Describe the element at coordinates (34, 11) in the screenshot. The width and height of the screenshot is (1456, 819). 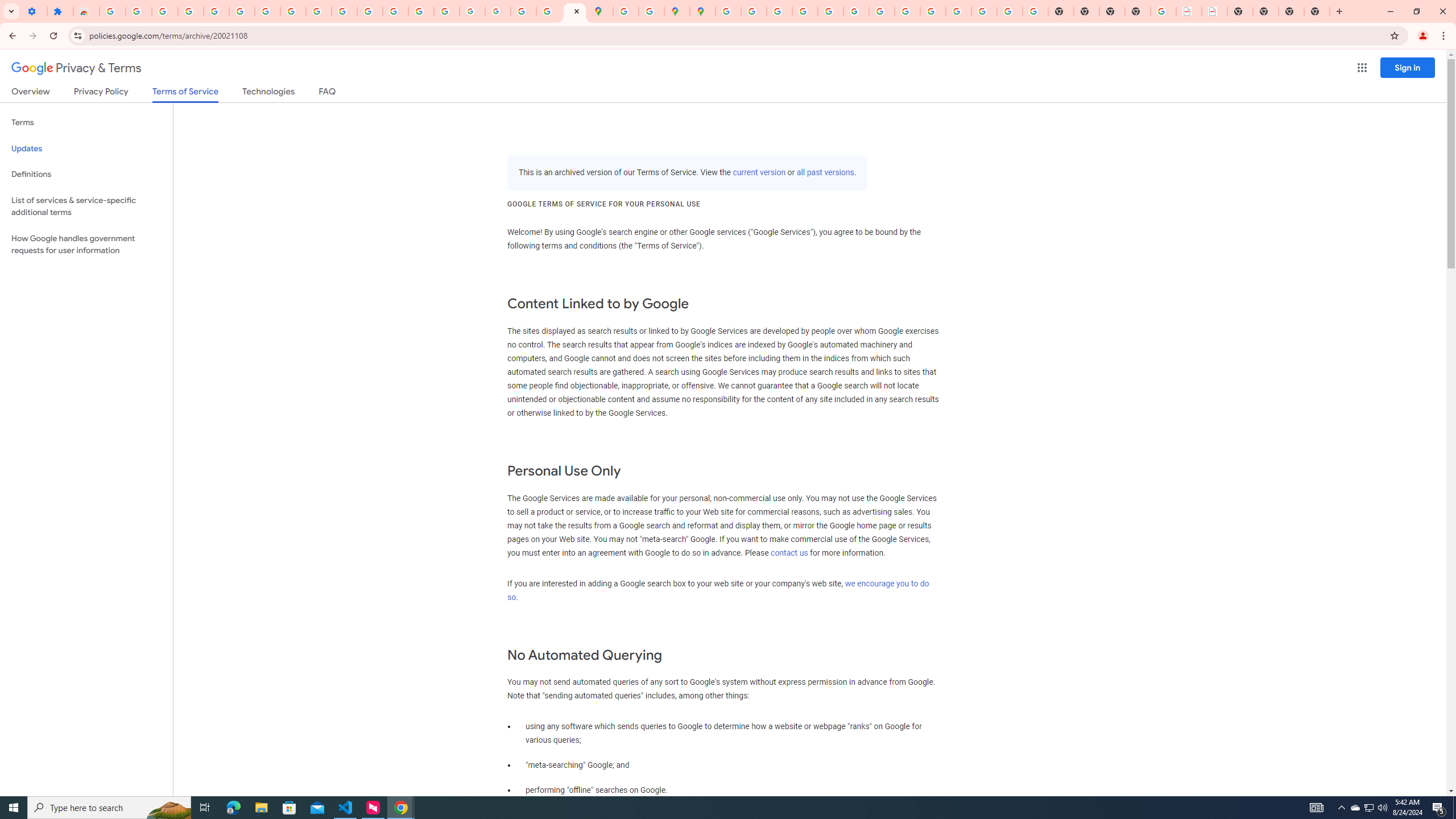
I see `'Settings - On startup'` at that location.